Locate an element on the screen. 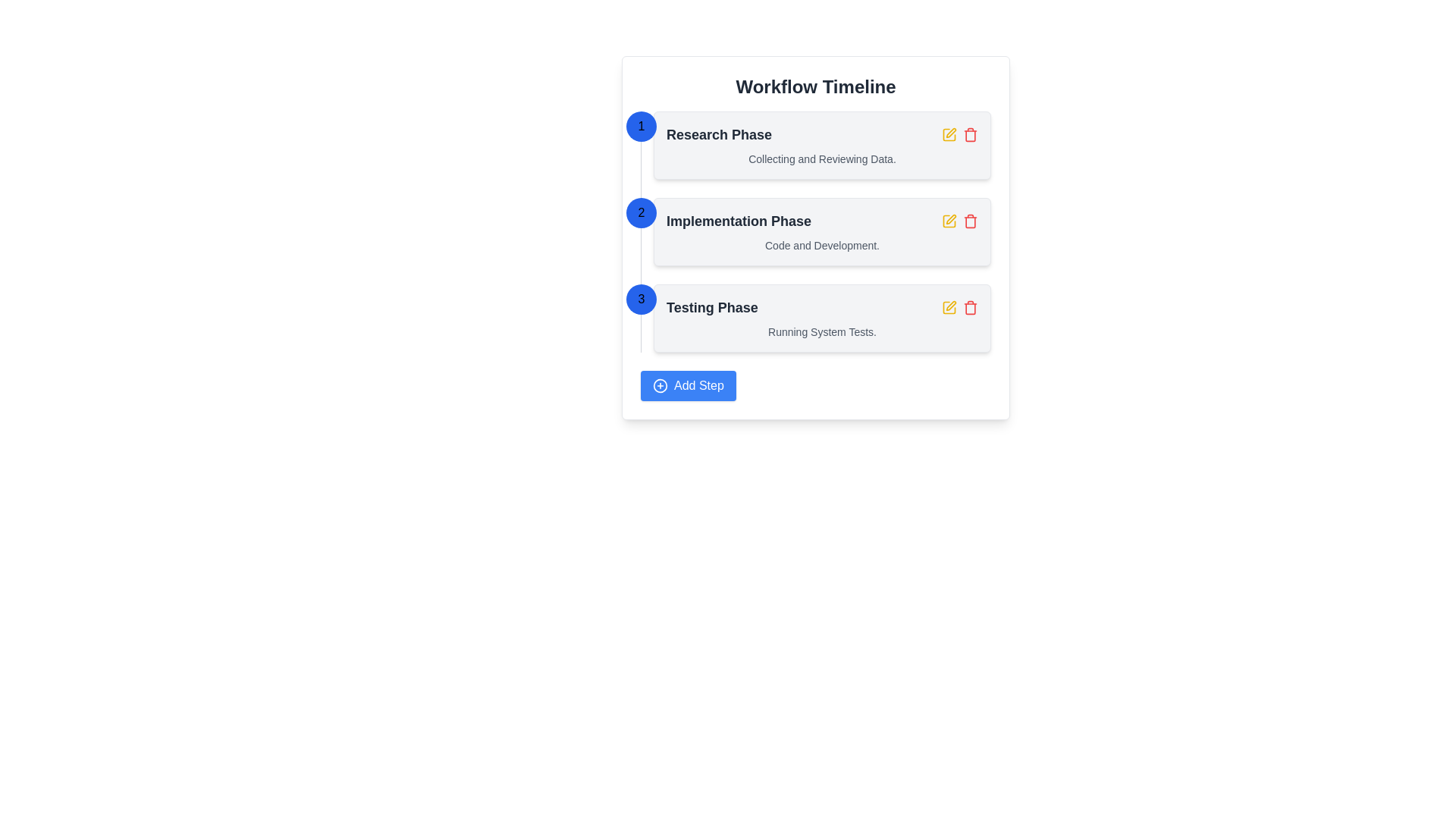  the edit icon in the 'Testing Phase' section using keyboard navigation is located at coordinates (950, 306).